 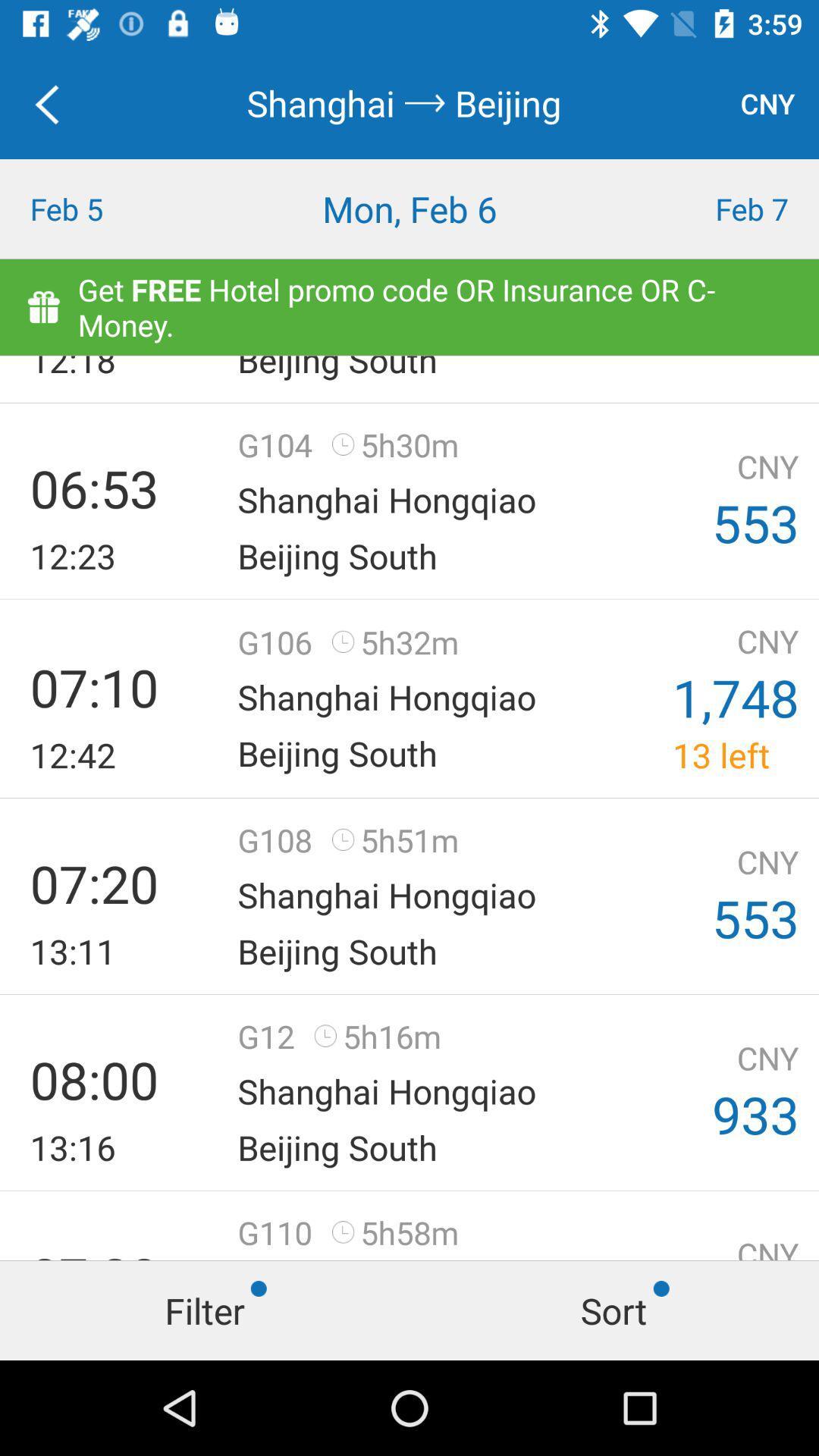 I want to click on the item below shanghai, so click(x=409, y=208).